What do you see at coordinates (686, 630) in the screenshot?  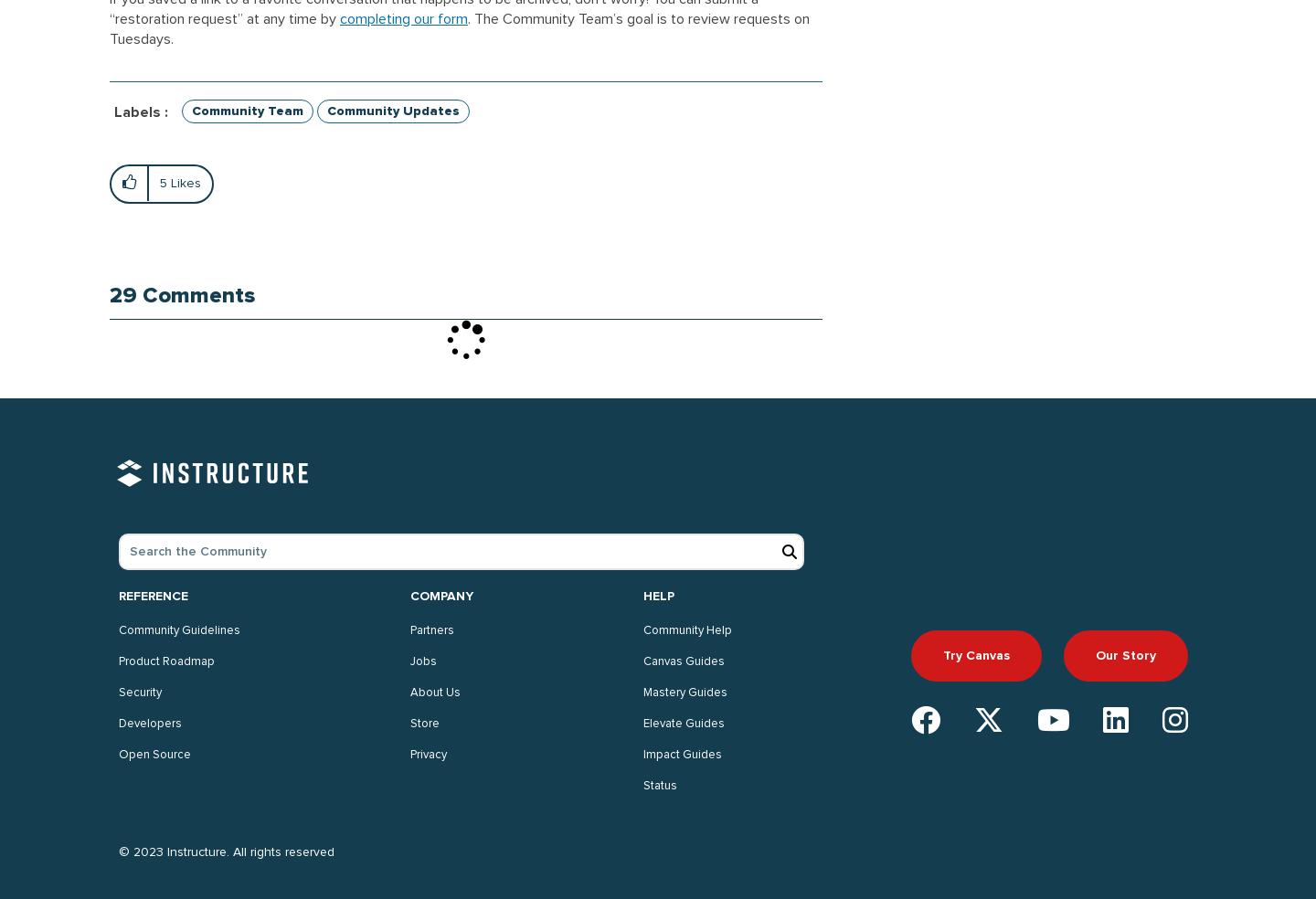 I see `'Community Help'` at bounding box center [686, 630].